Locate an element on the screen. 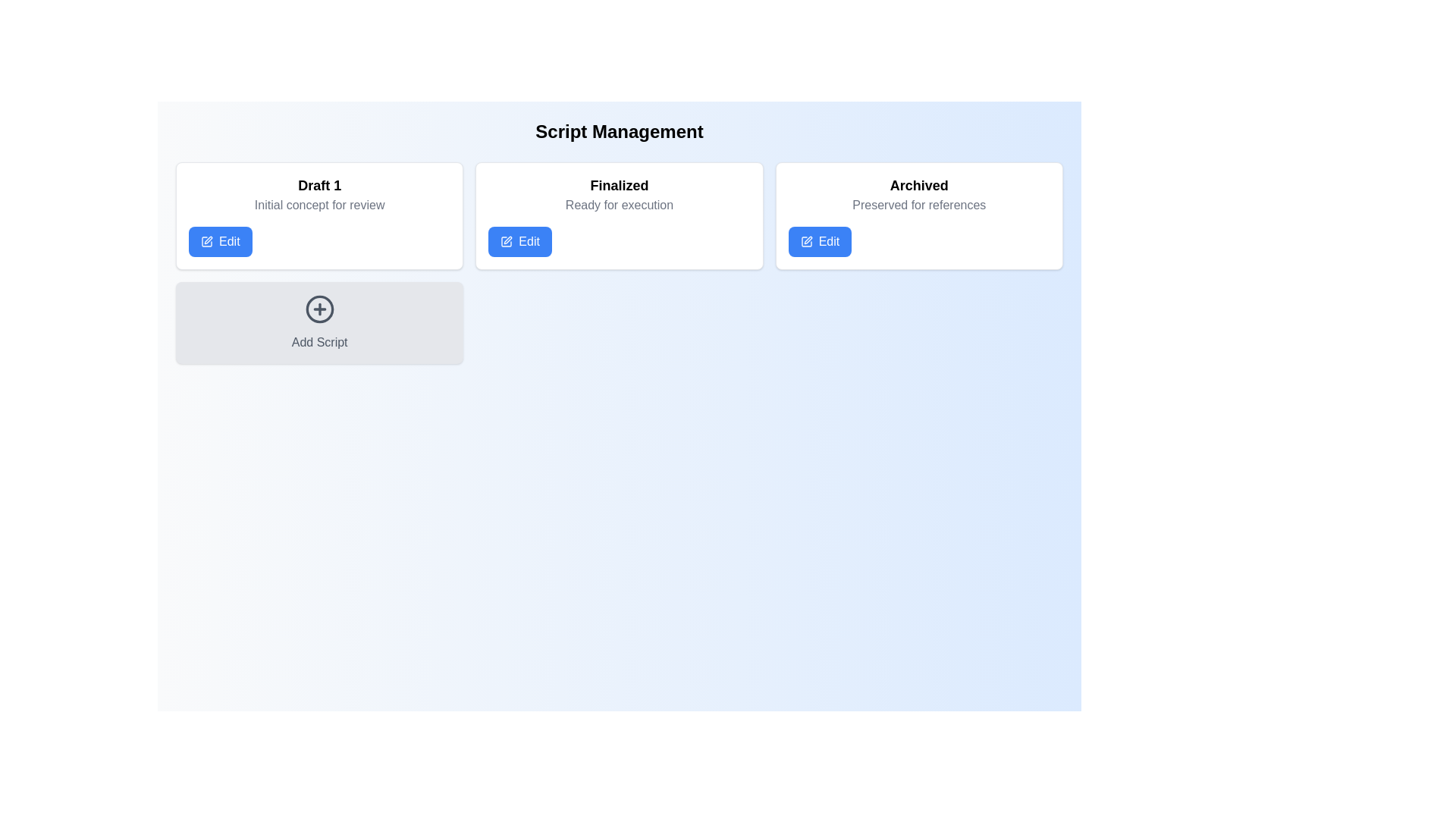 The width and height of the screenshot is (1456, 819). information displayed on the card titled 'Archived', which contains a subtitle 'Preserved for references' and an 'Edit' button at the bottom-left corner is located at coordinates (918, 216).